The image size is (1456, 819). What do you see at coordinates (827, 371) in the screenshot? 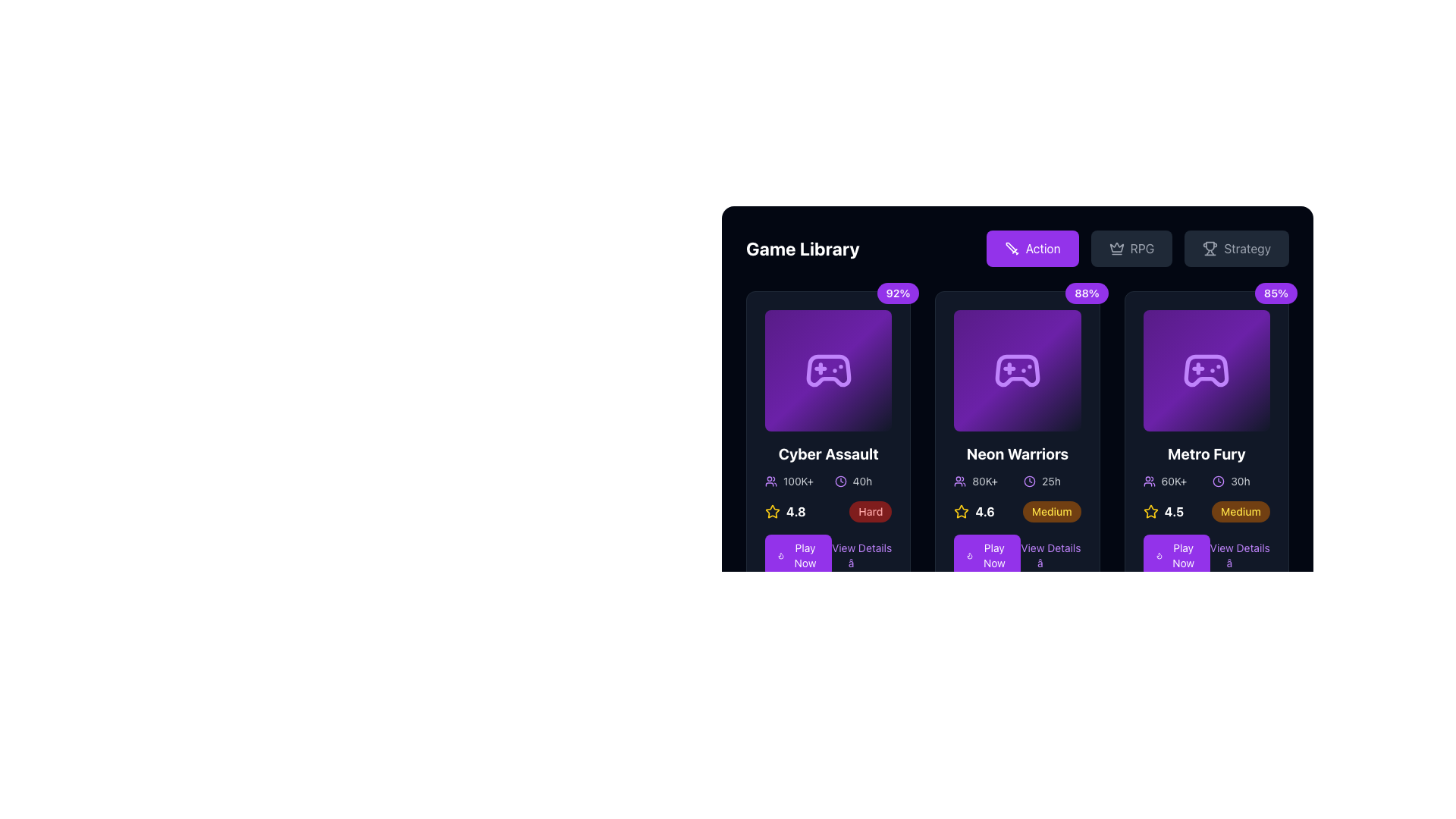
I see `the icon representing the game 'Cyber Assault', located in the top half of its card, directly above the text` at bounding box center [827, 371].